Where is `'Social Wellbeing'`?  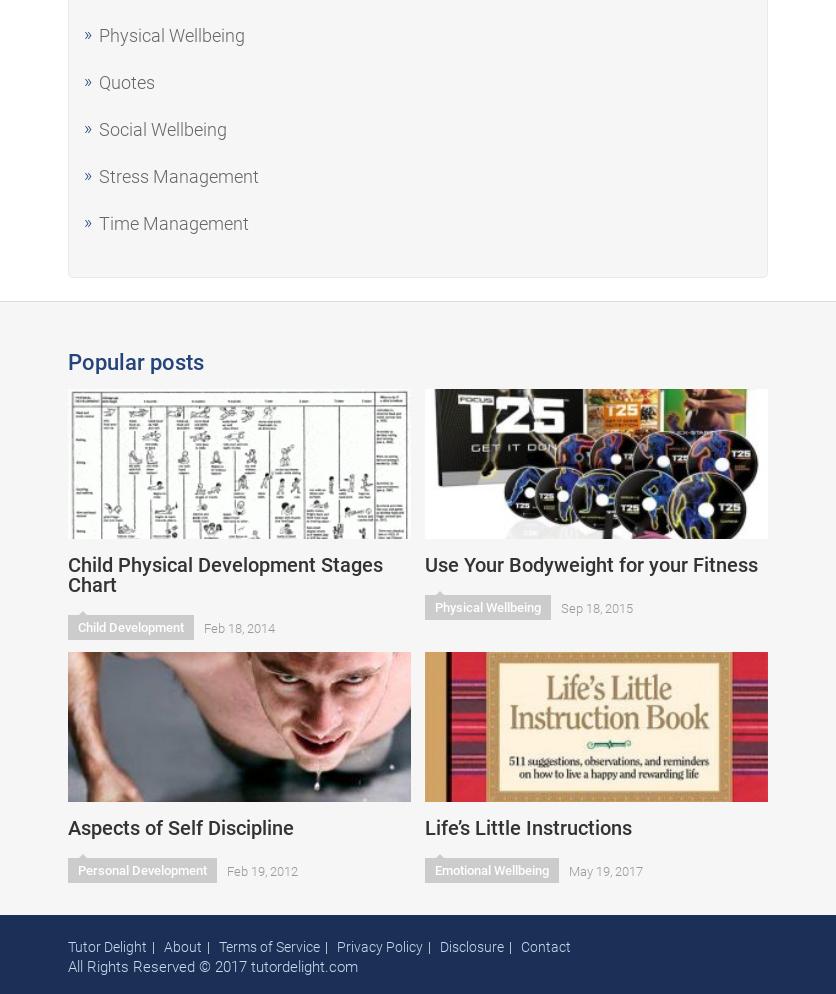
'Social Wellbeing' is located at coordinates (98, 128).